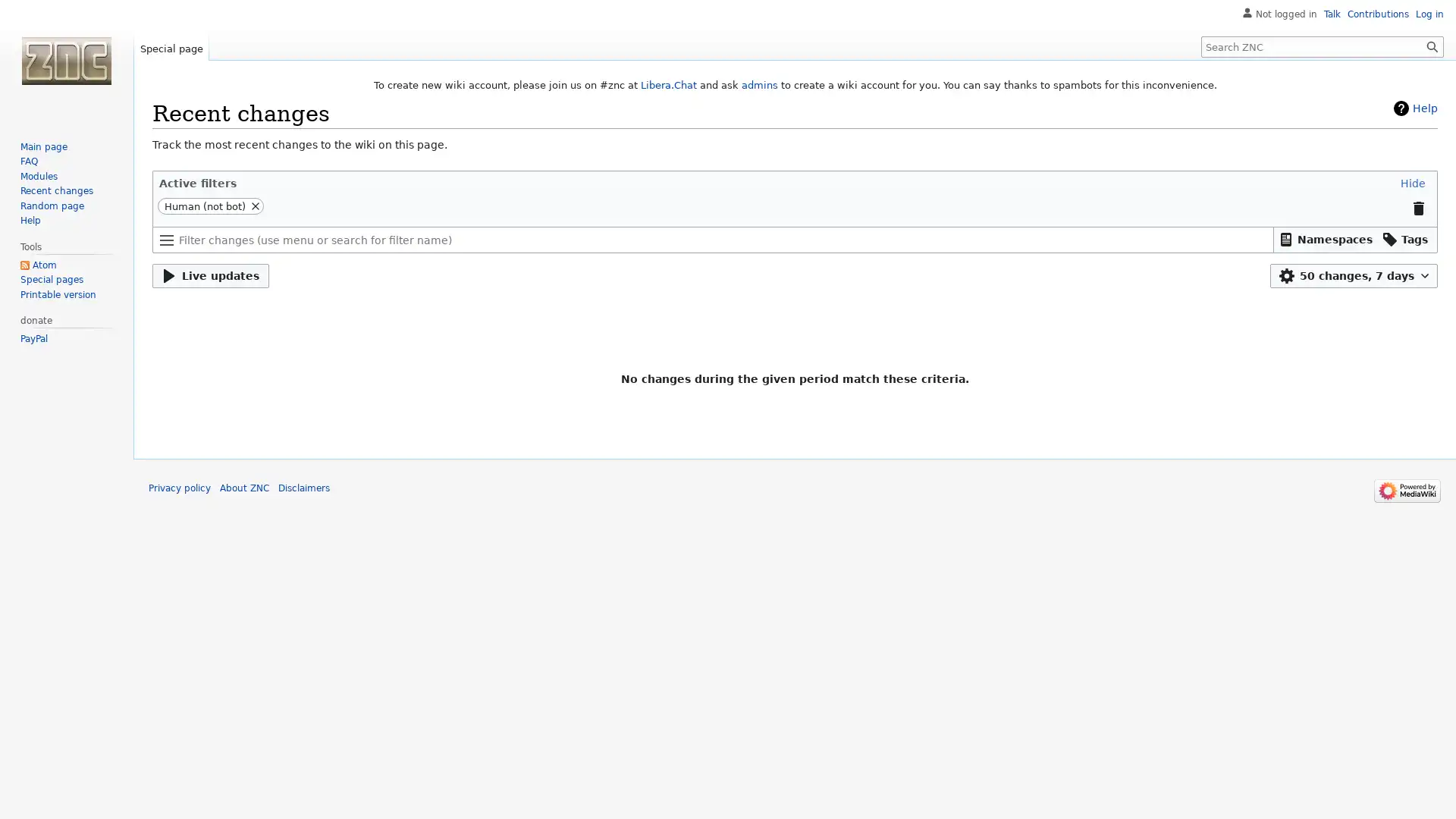 This screenshot has height=819, width=1456. I want to click on Hide, so click(1411, 181).